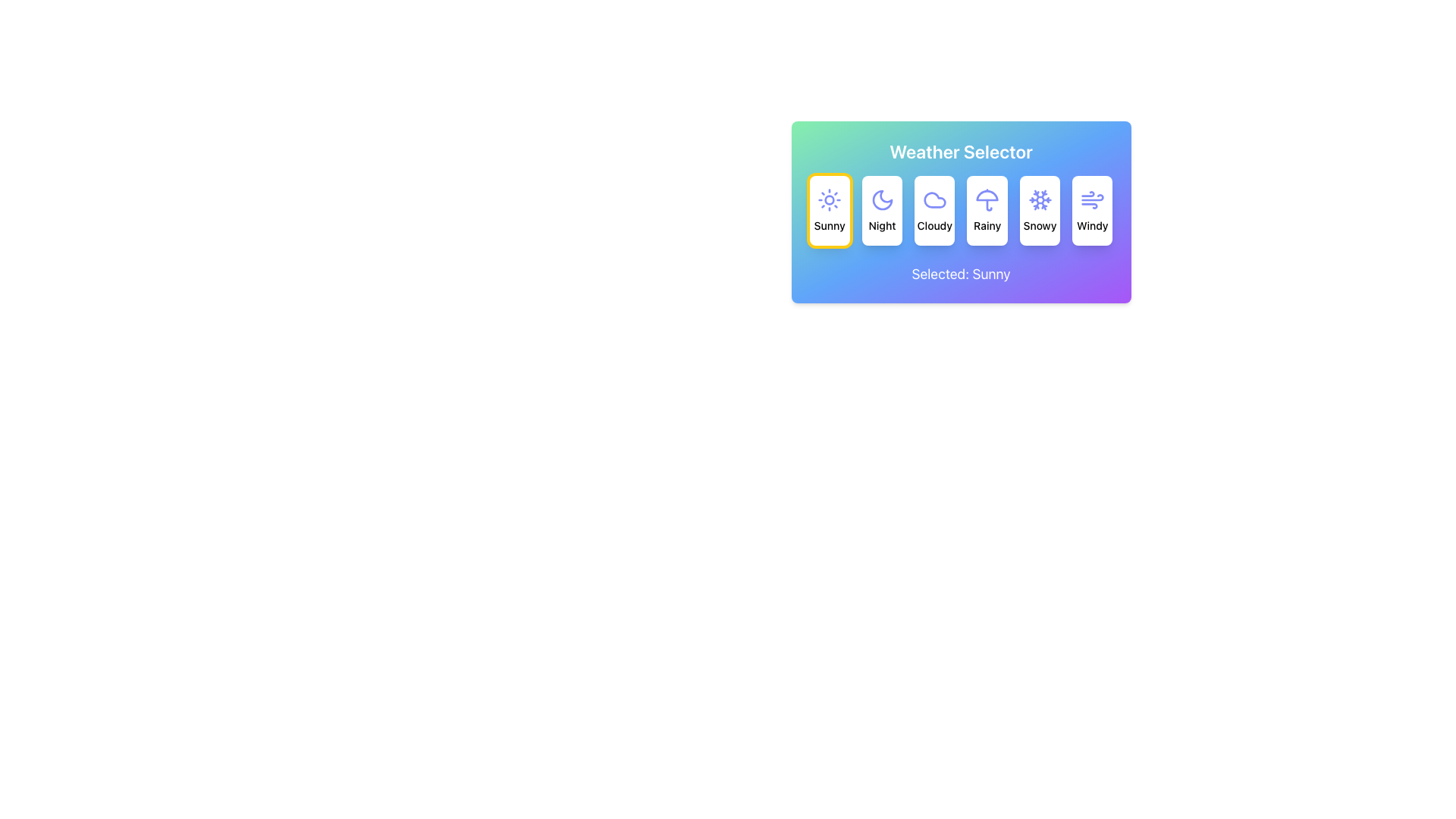 Image resolution: width=1456 pixels, height=819 pixels. Describe the element at coordinates (987, 225) in the screenshot. I see `the 'Rainy' text label in the weather selector component, which is the fourth option from the left, above the label 'Selected: Sunny'` at that location.